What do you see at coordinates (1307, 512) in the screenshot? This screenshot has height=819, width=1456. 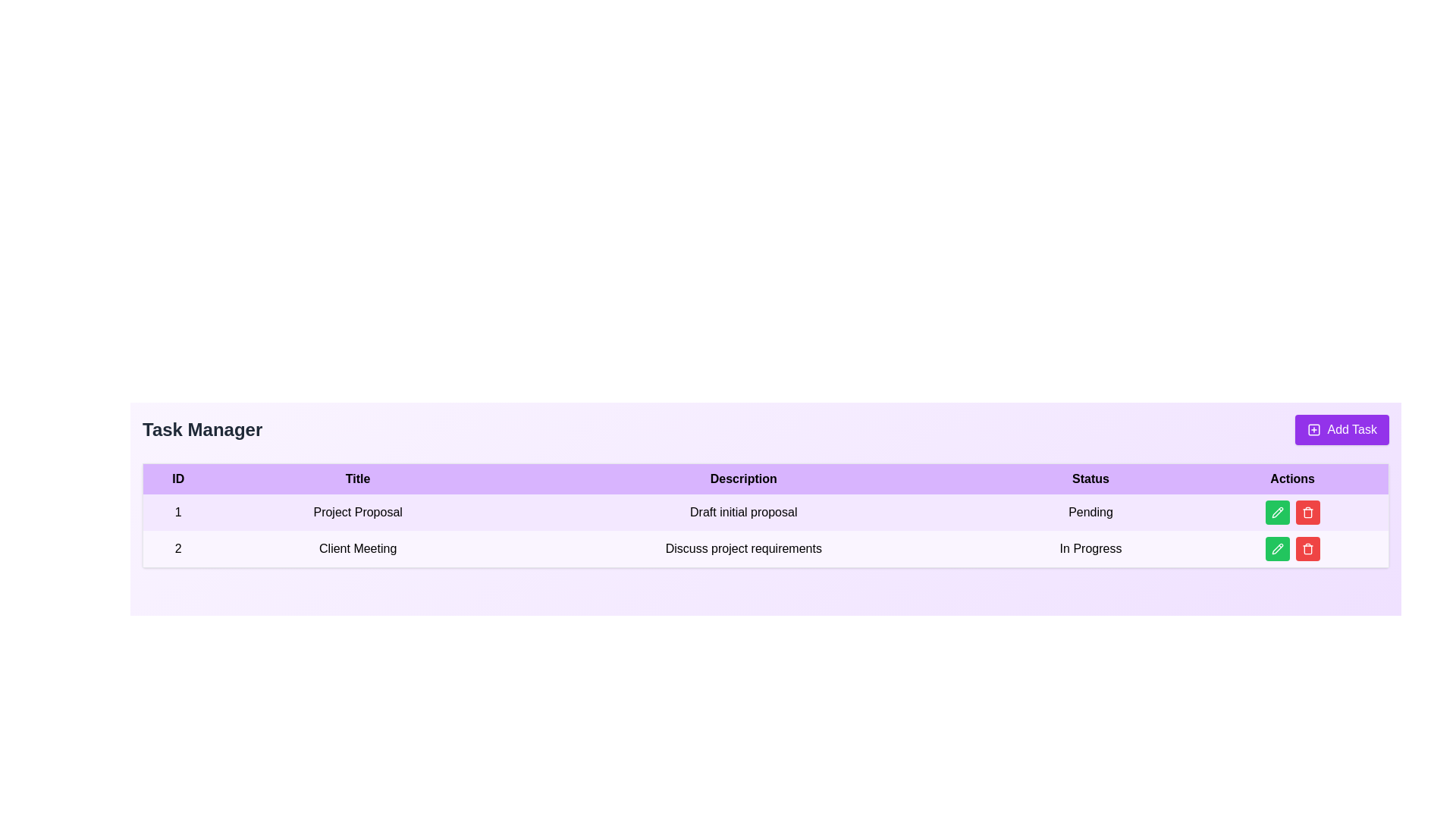 I see `the red trash bin icon button located in the 'Actions' column of the second row in the table` at bounding box center [1307, 512].